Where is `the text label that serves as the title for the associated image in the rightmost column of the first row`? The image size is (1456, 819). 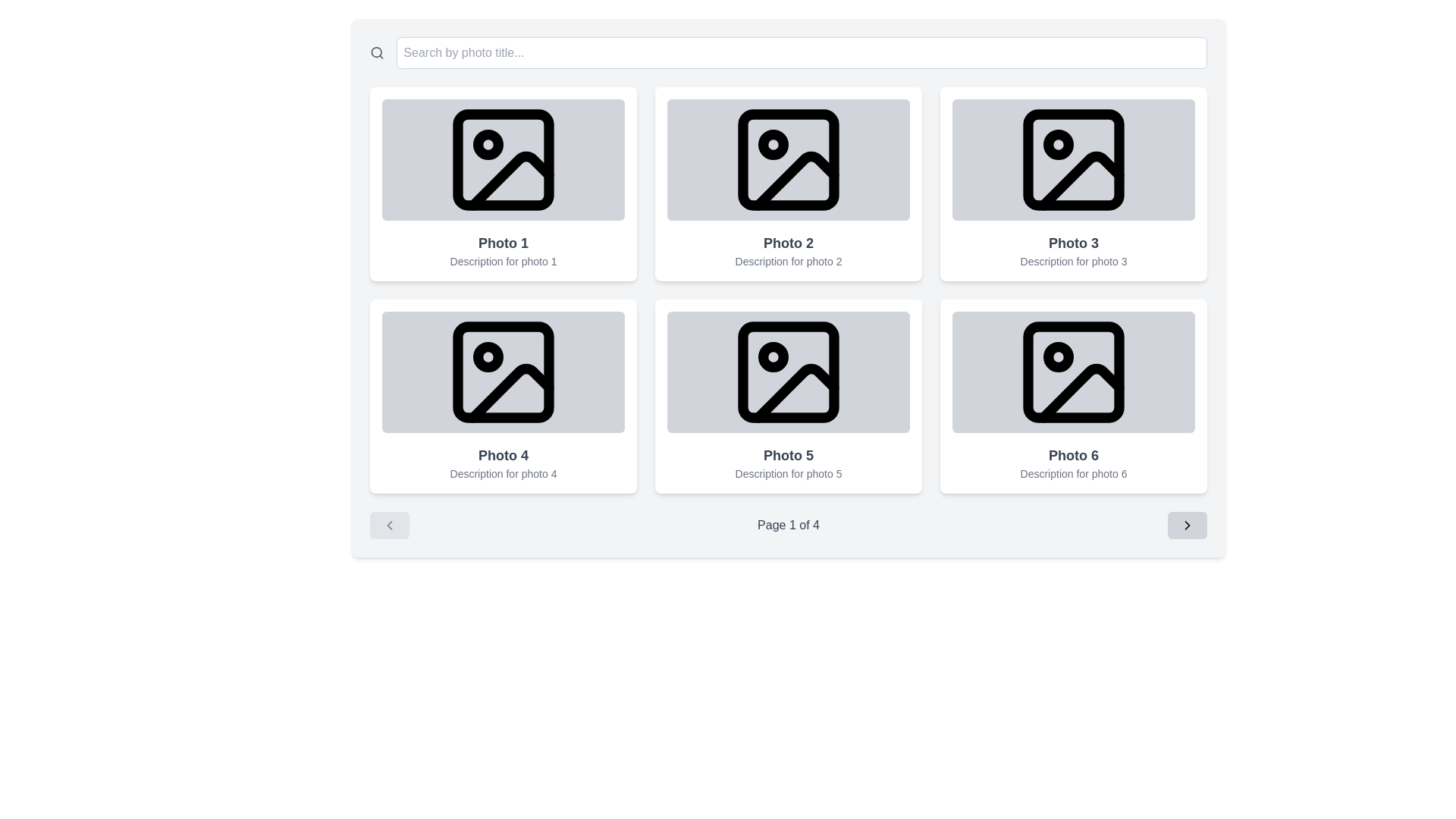
the text label that serves as the title for the associated image in the rightmost column of the first row is located at coordinates (1073, 242).